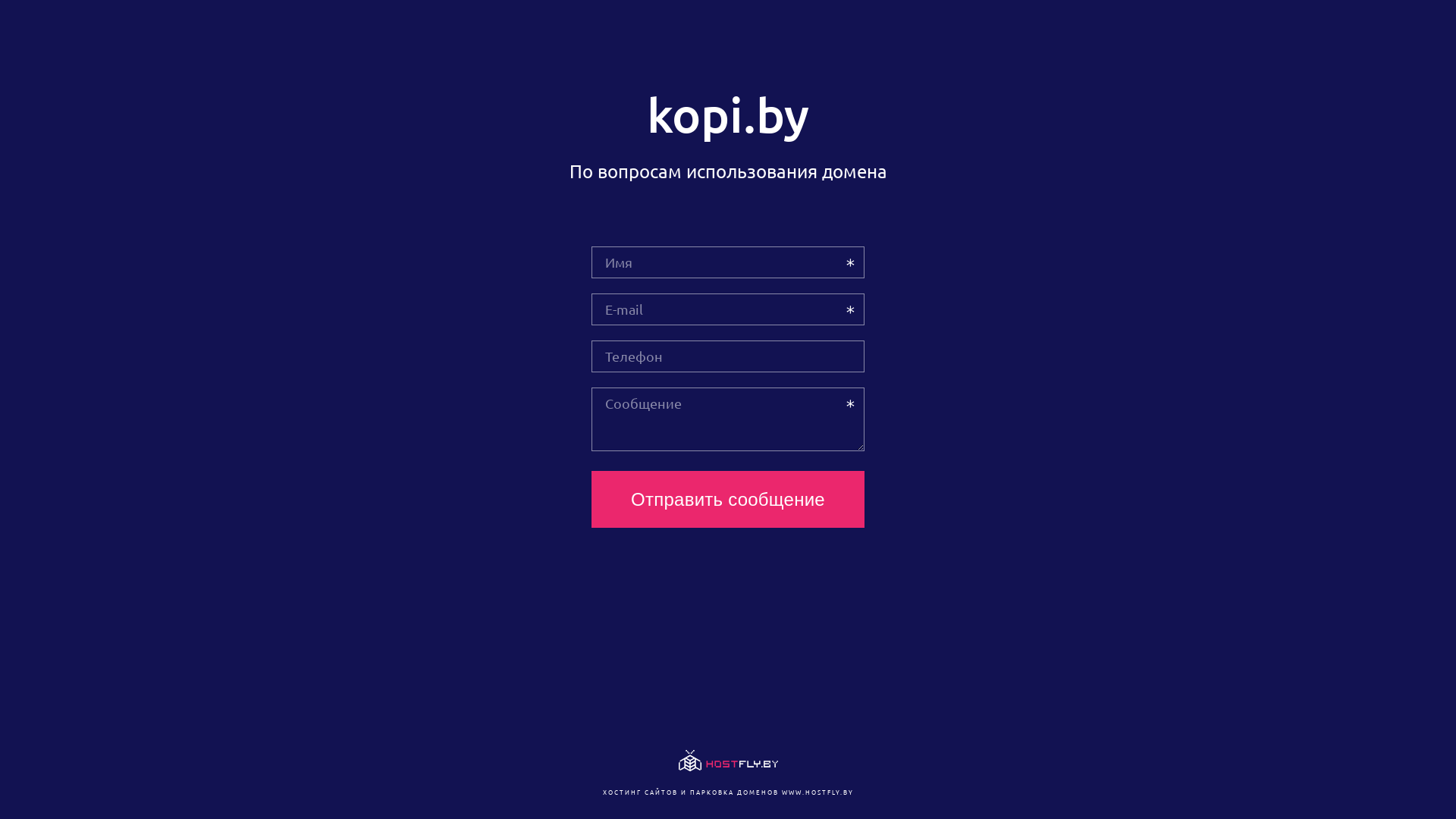 The width and height of the screenshot is (1456, 819). Describe the element at coordinates (816, 791) in the screenshot. I see `'WWW.HOSTFLY.BY'` at that location.